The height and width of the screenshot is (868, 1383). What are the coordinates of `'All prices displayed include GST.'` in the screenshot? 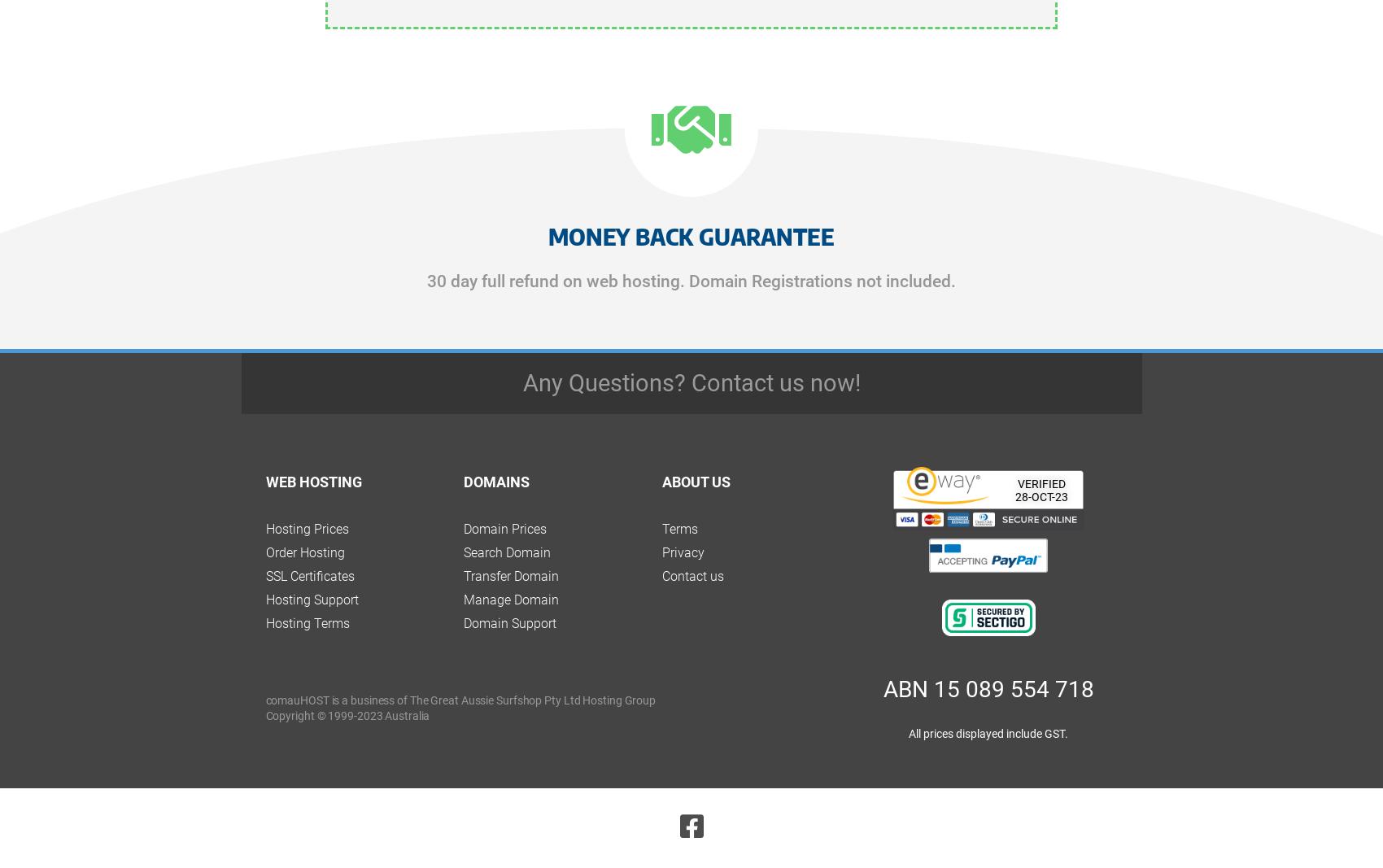 It's located at (987, 732).